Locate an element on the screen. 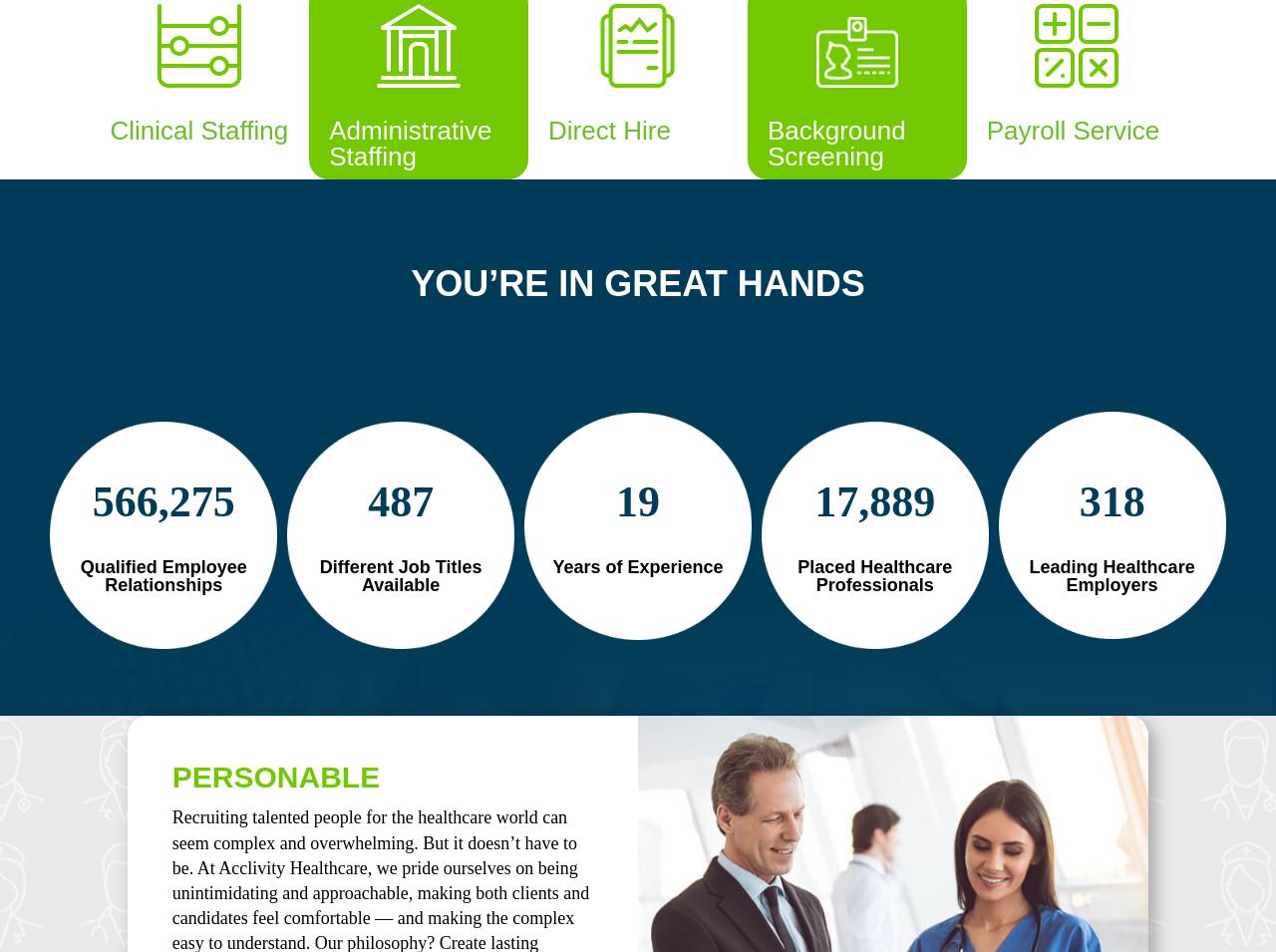 The height and width of the screenshot is (952, 1276). '487' is located at coordinates (400, 501).